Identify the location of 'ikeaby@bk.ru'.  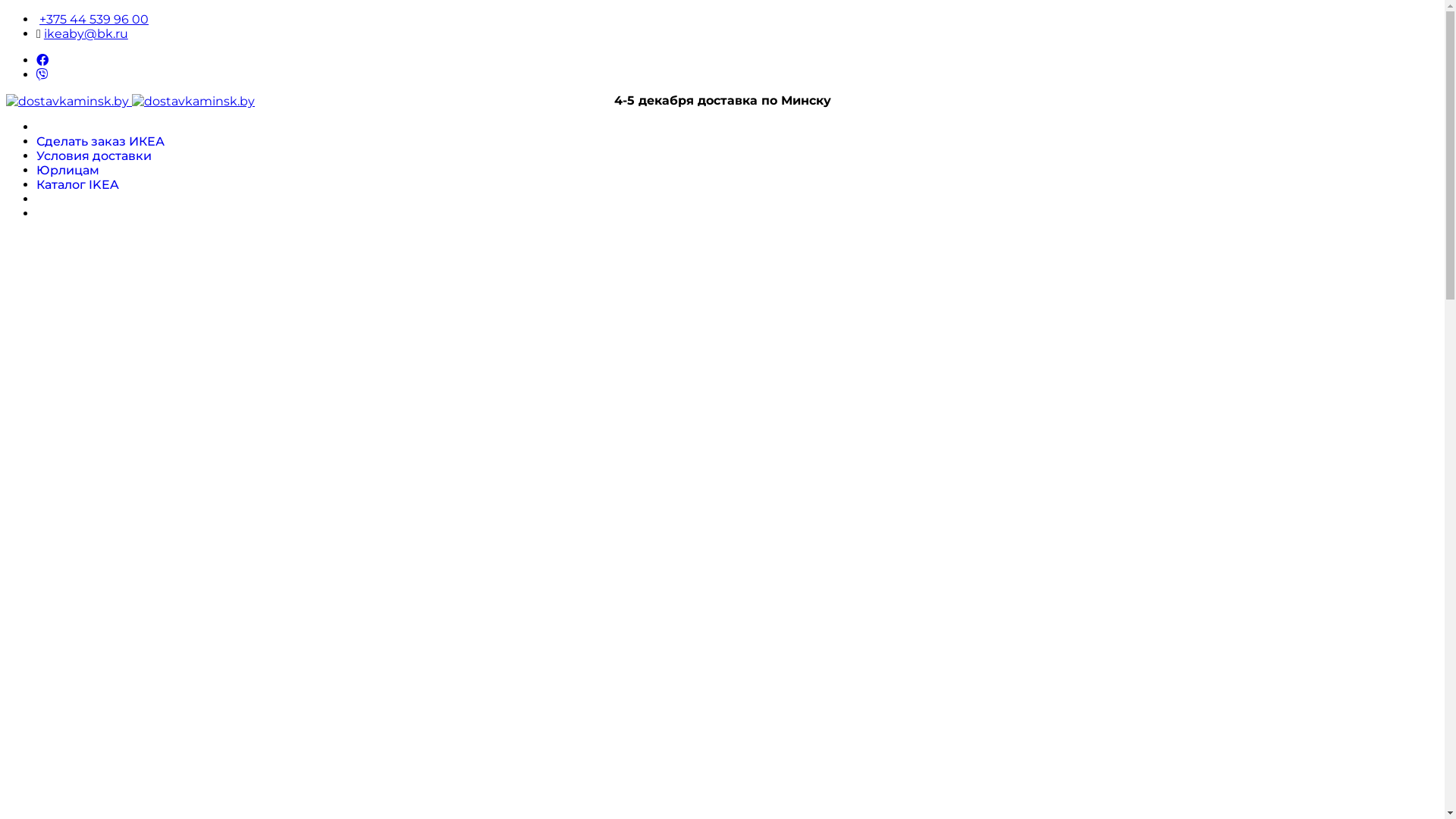
(43, 33).